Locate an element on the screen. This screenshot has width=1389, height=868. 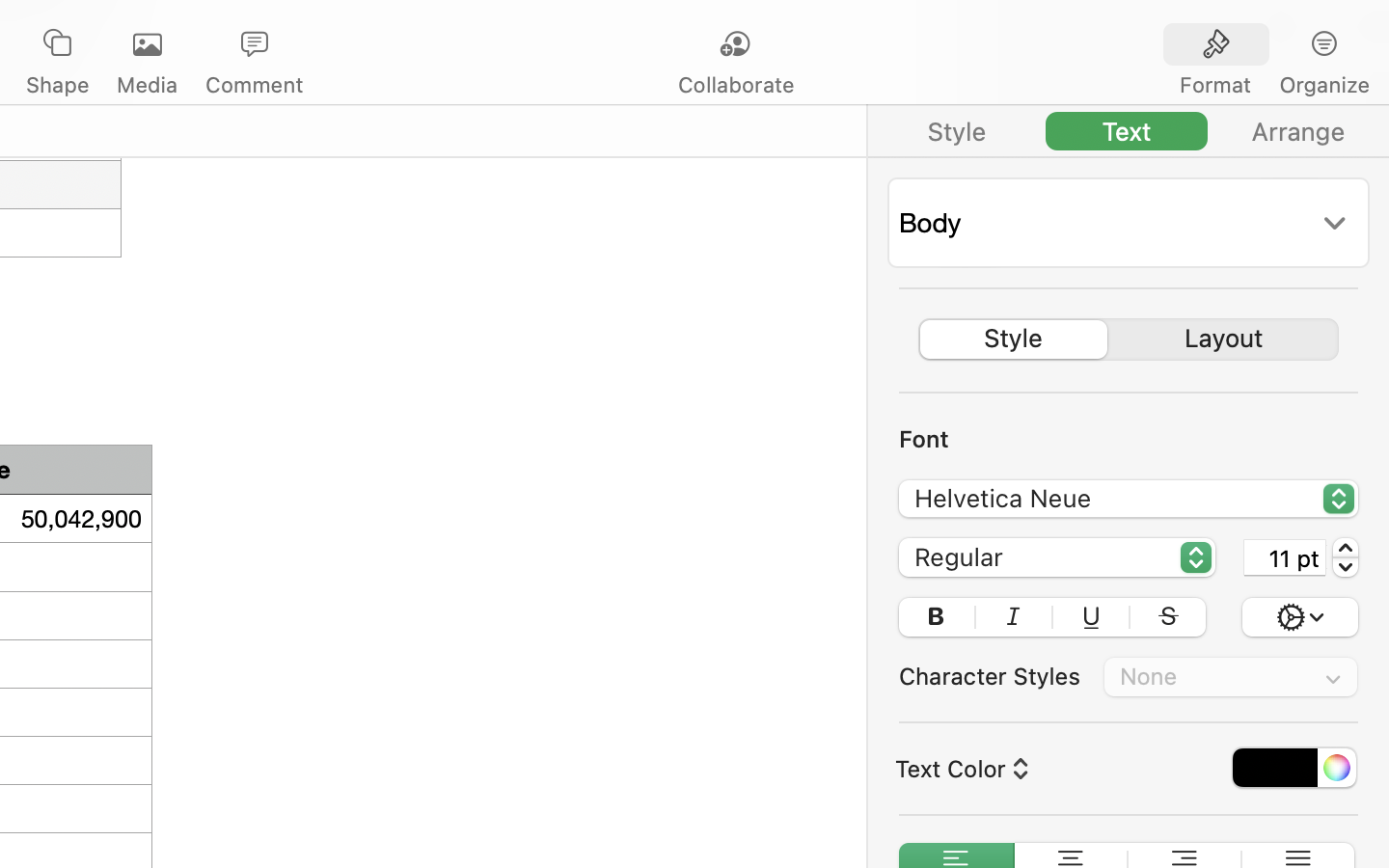
'Organize' is located at coordinates (1322, 84).